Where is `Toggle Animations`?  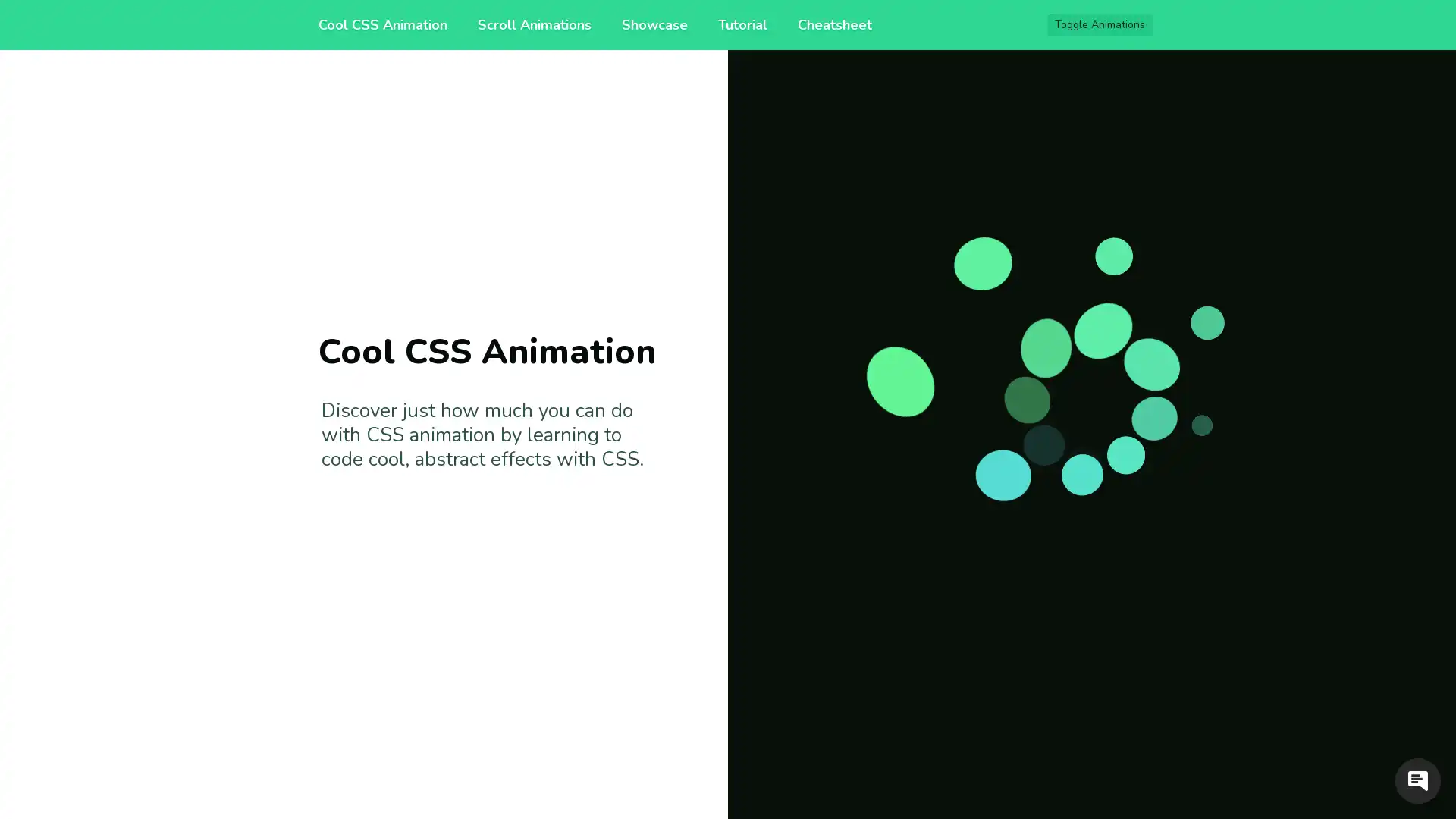 Toggle Animations is located at coordinates (1100, 25).